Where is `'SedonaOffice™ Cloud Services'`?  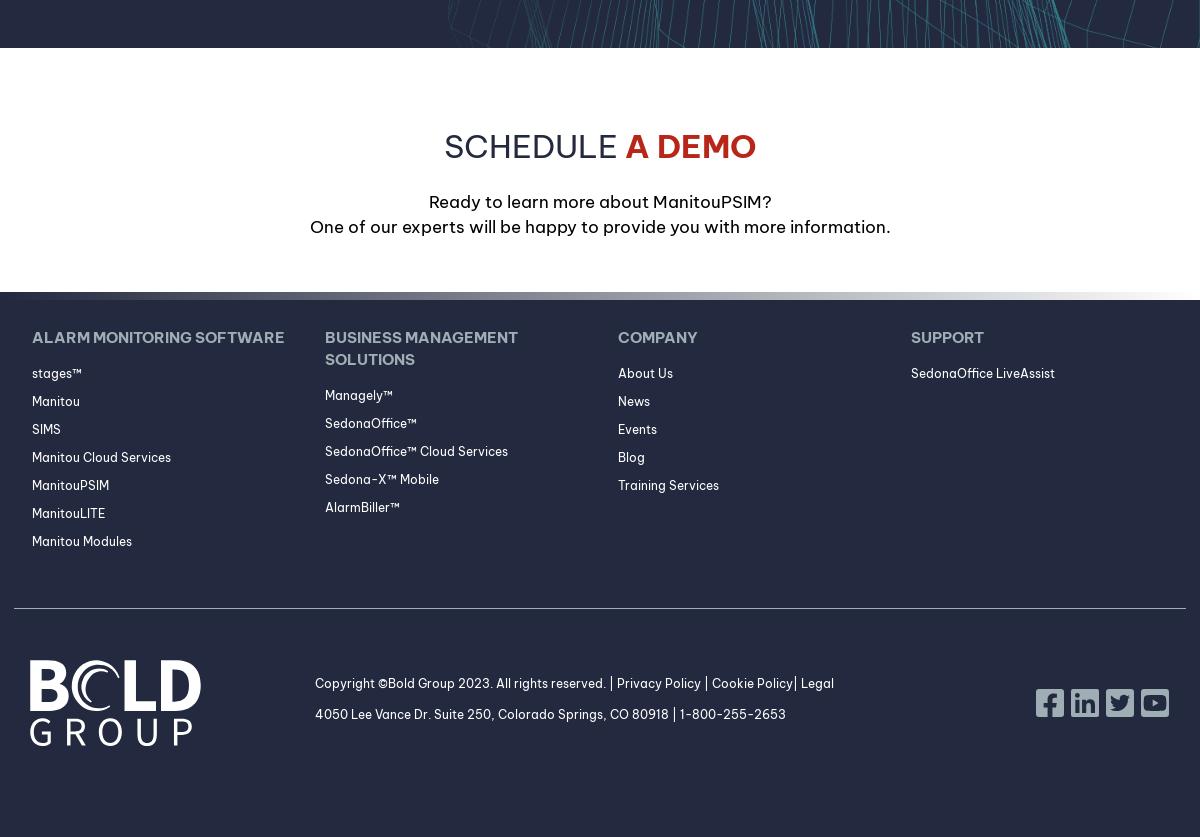
'SedonaOffice™ Cloud Services' is located at coordinates (415, 450).